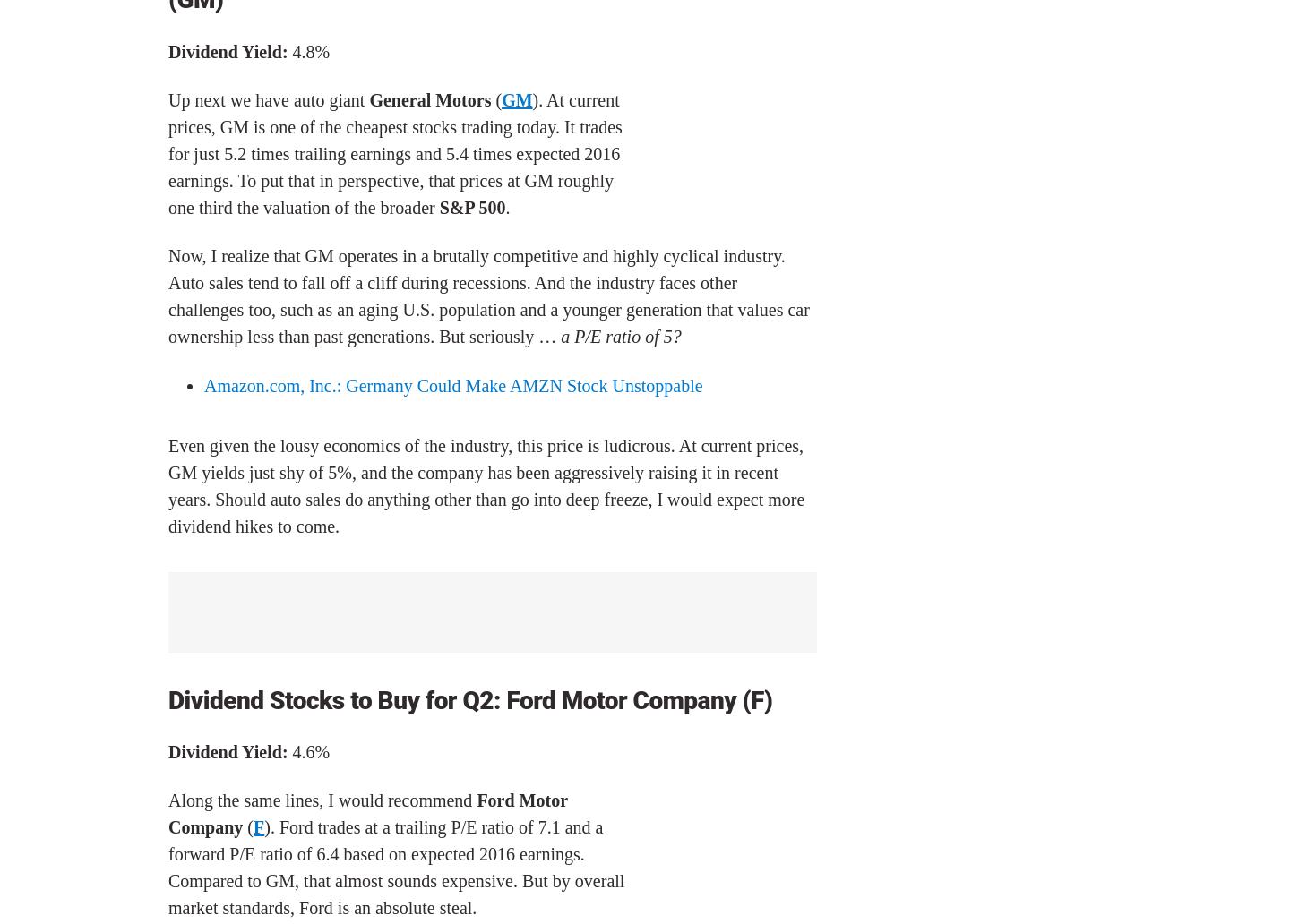  What do you see at coordinates (517, 99) in the screenshot?
I see `'GM'` at bounding box center [517, 99].